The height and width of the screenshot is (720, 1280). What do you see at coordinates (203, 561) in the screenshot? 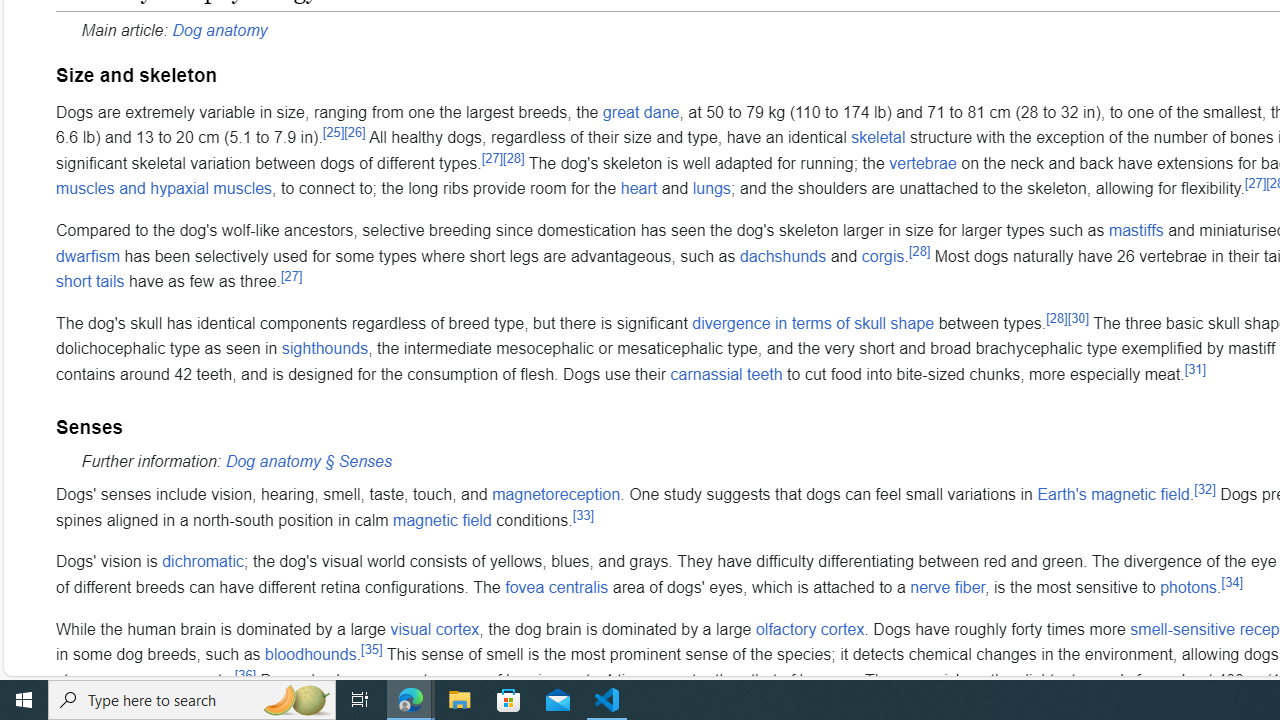
I see `'dichromatic'` at bounding box center [203, 561].